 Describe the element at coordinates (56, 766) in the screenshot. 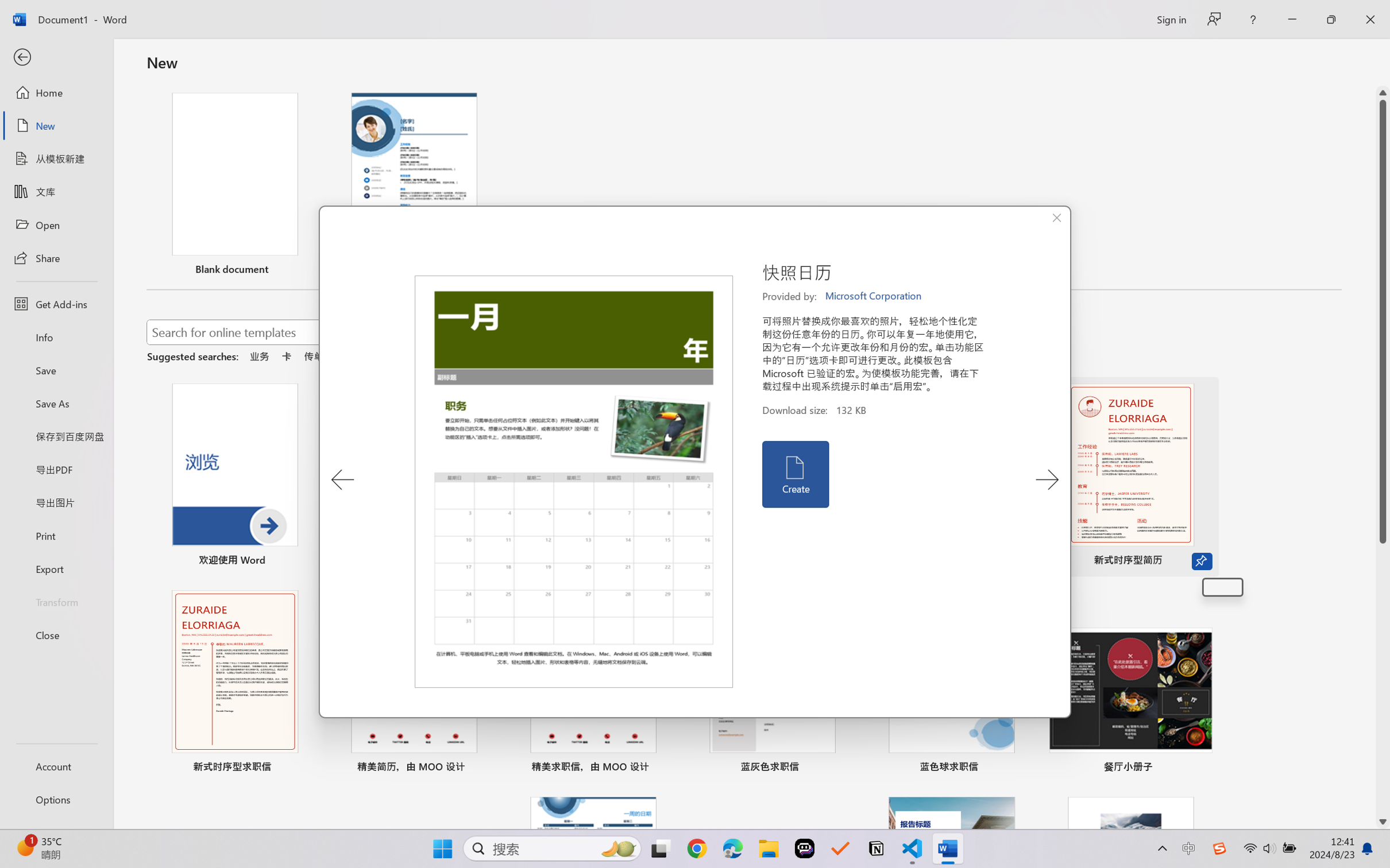

I see `'Account'` at that location.